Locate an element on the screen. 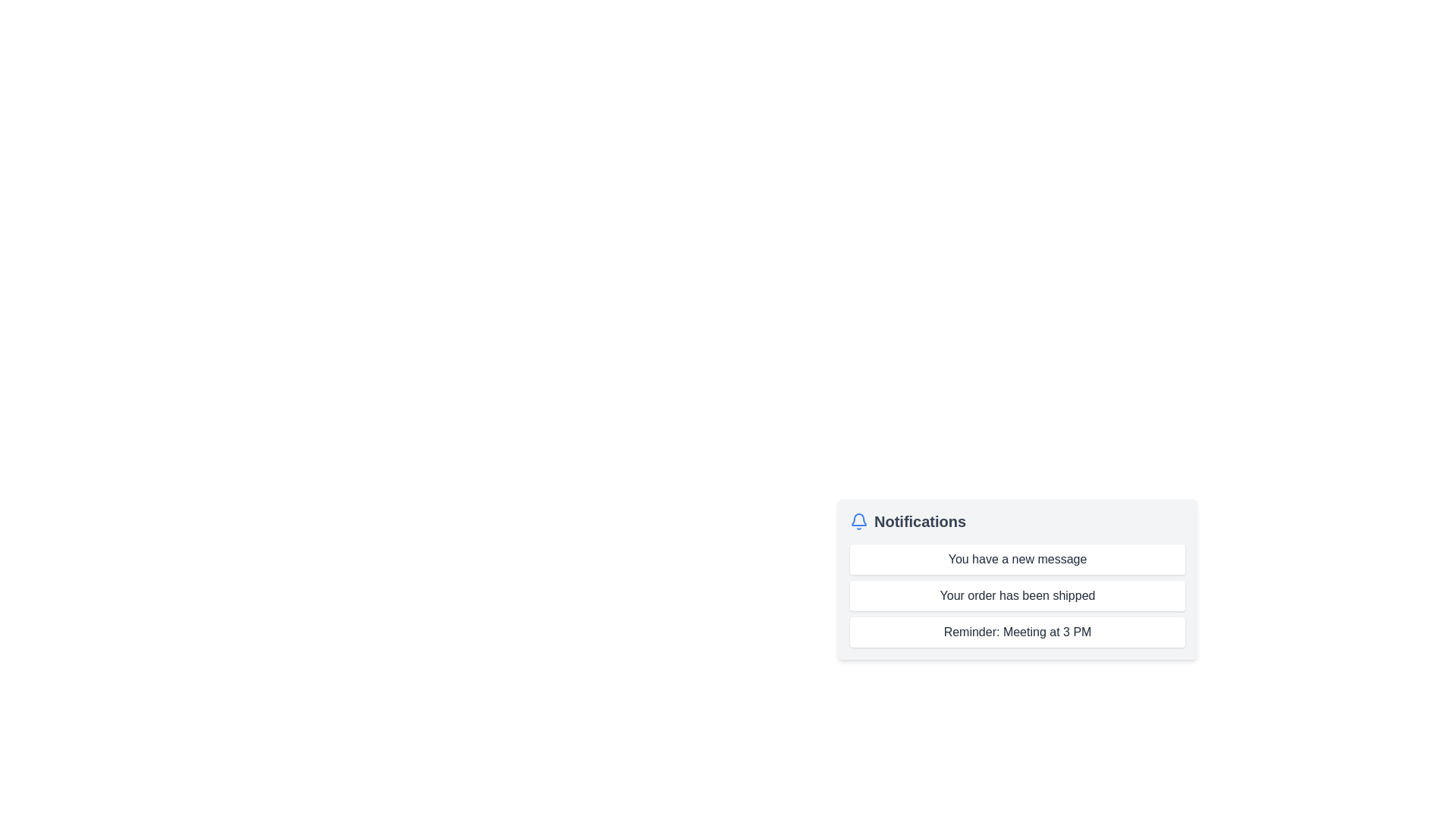 The height and width of the screenshot is (819, 1456). the decorative notification icon located to the left of the 'Notifications' text in the top-center area of the notification panel is located at coordinates (858, 520).